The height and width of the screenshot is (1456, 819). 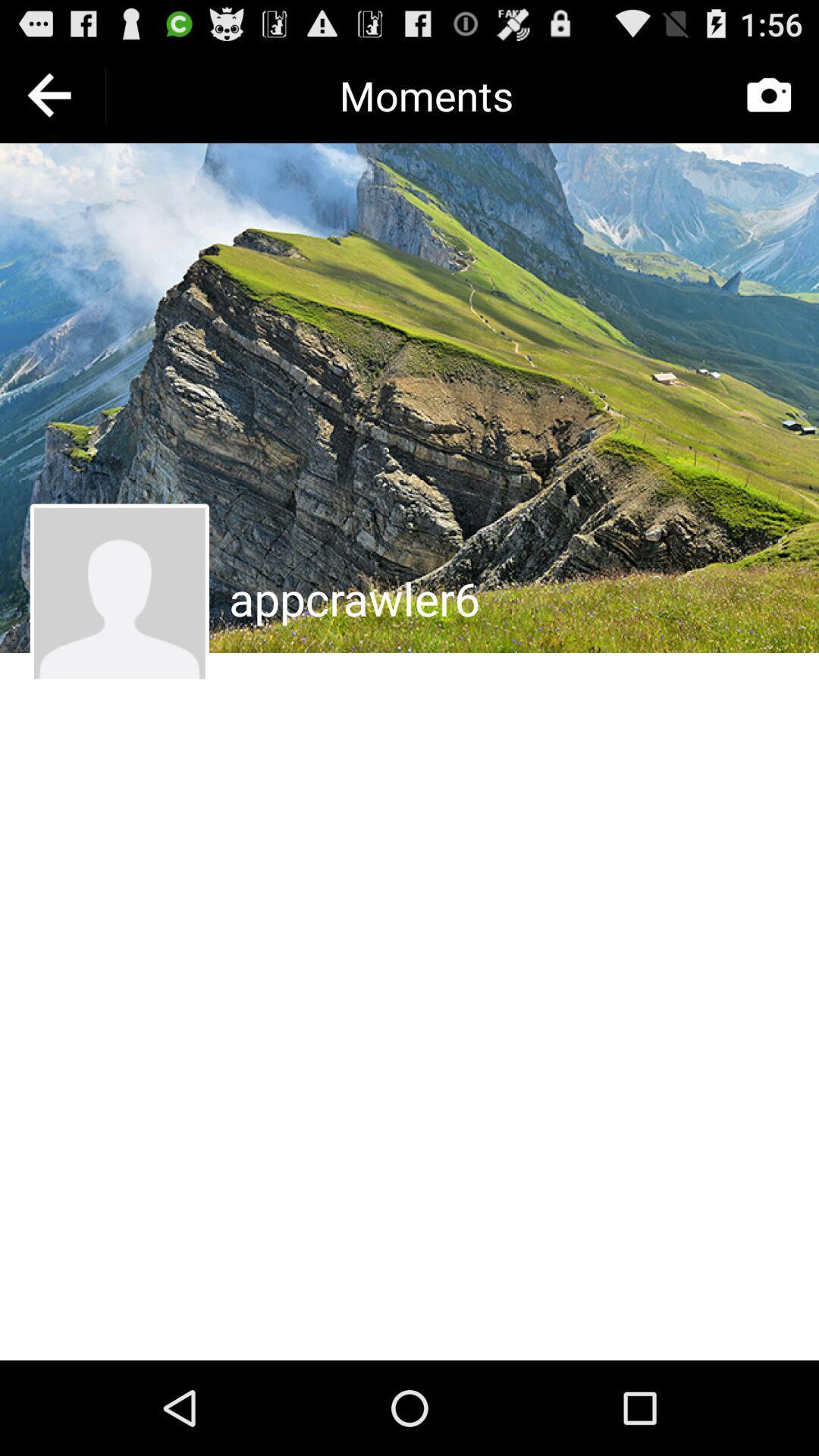 What do you see at coordinates (118, 592) in the screenshot?
I see `change profile picture` at bounding box center [118, 592].